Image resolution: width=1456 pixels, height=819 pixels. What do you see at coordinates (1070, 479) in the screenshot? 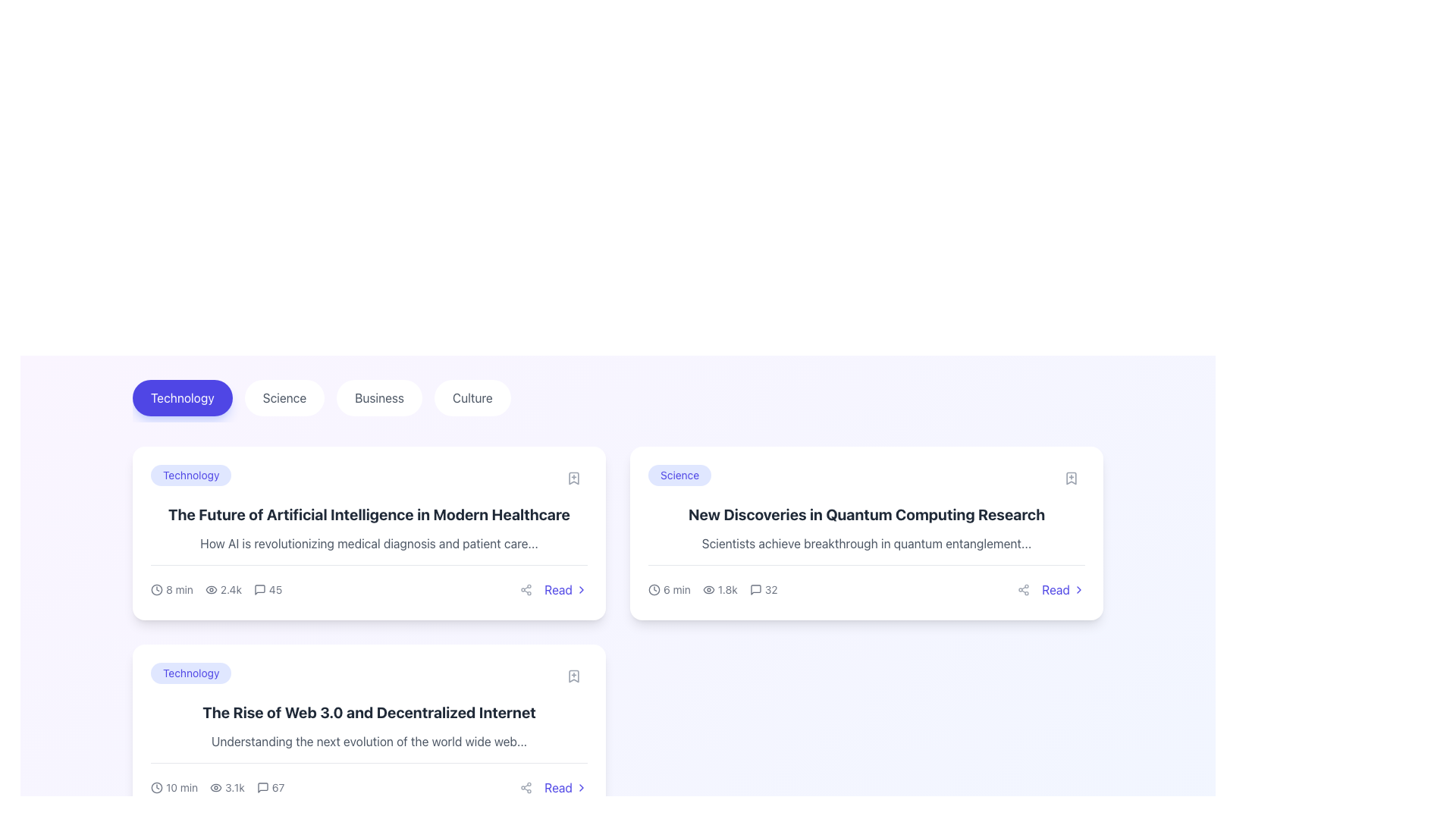
I see `the bookmark icon in the top-right corner of the 'Science' card to bookmark or unbookmark the associated content` at bounding box center [1070, 479].